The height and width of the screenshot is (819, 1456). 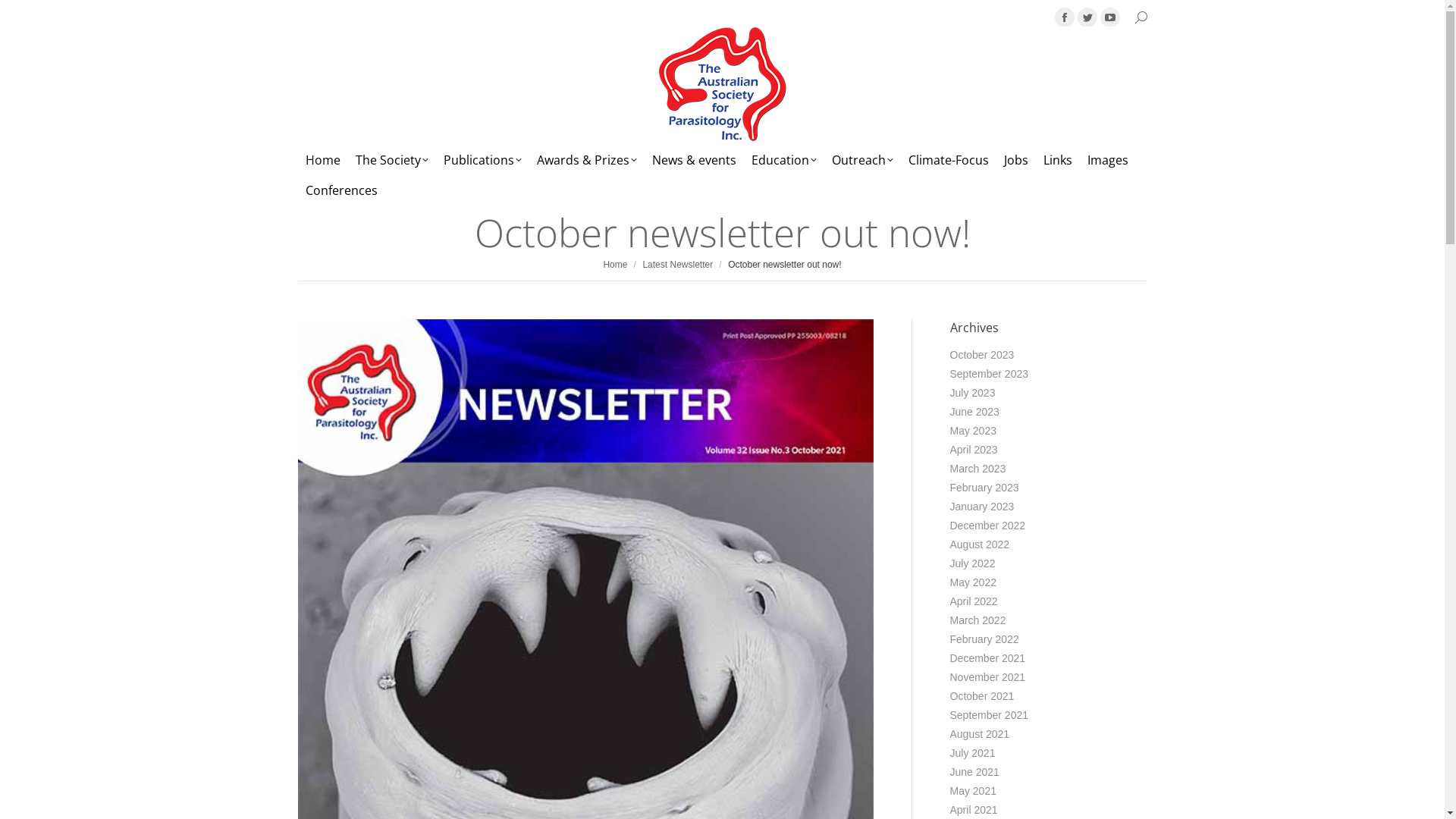 What do you see at coordinates (979, 733) in the screenshot?
I see `'August 2021'` at bounding box center [979, 733].